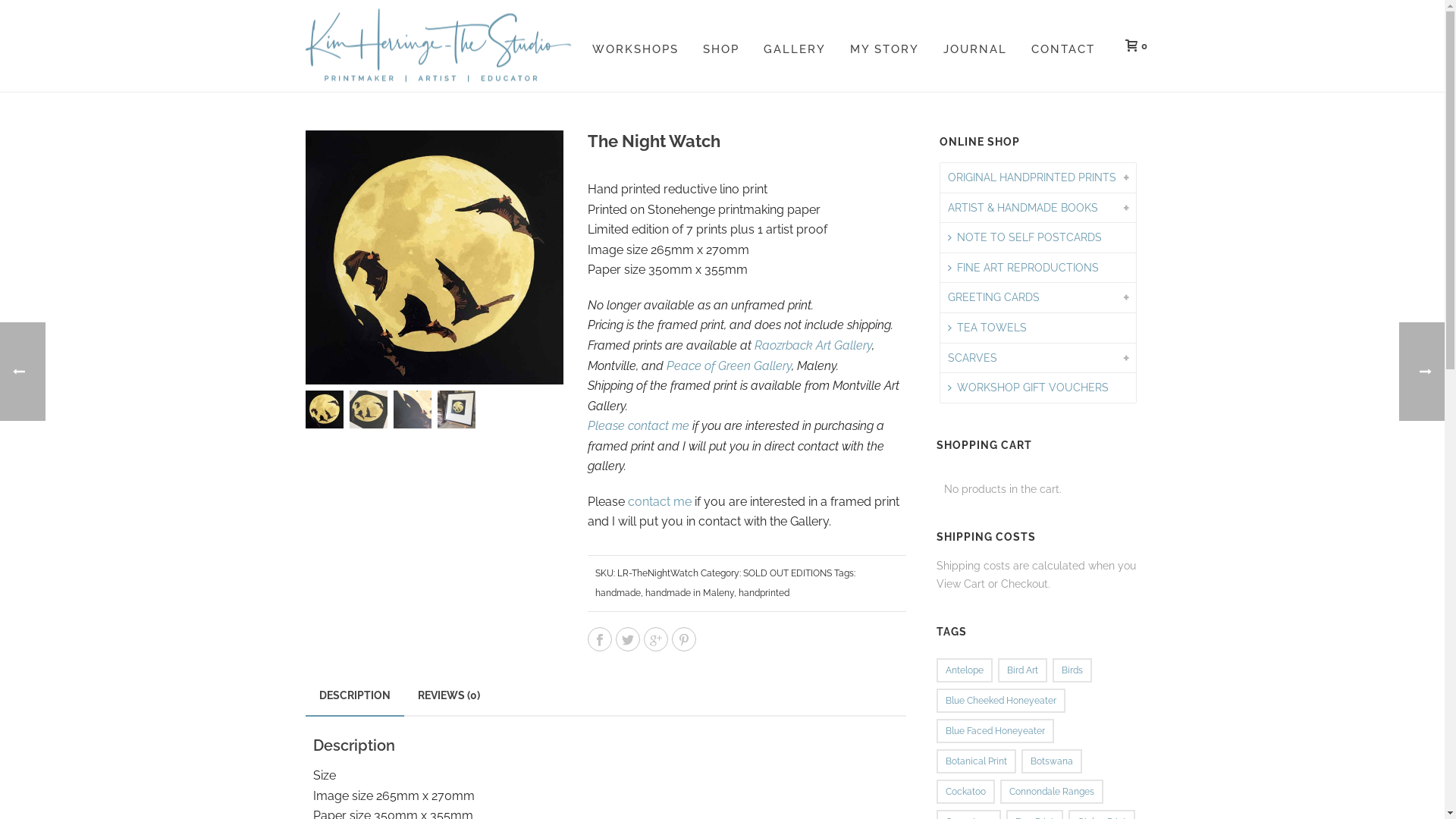 Image resolution: width=1456 pixels, height=819 pixels. What do you see at coordinates (1051, 761) in the screenshot?
I see `'Botswana'` at bounding box center [1051, 761].